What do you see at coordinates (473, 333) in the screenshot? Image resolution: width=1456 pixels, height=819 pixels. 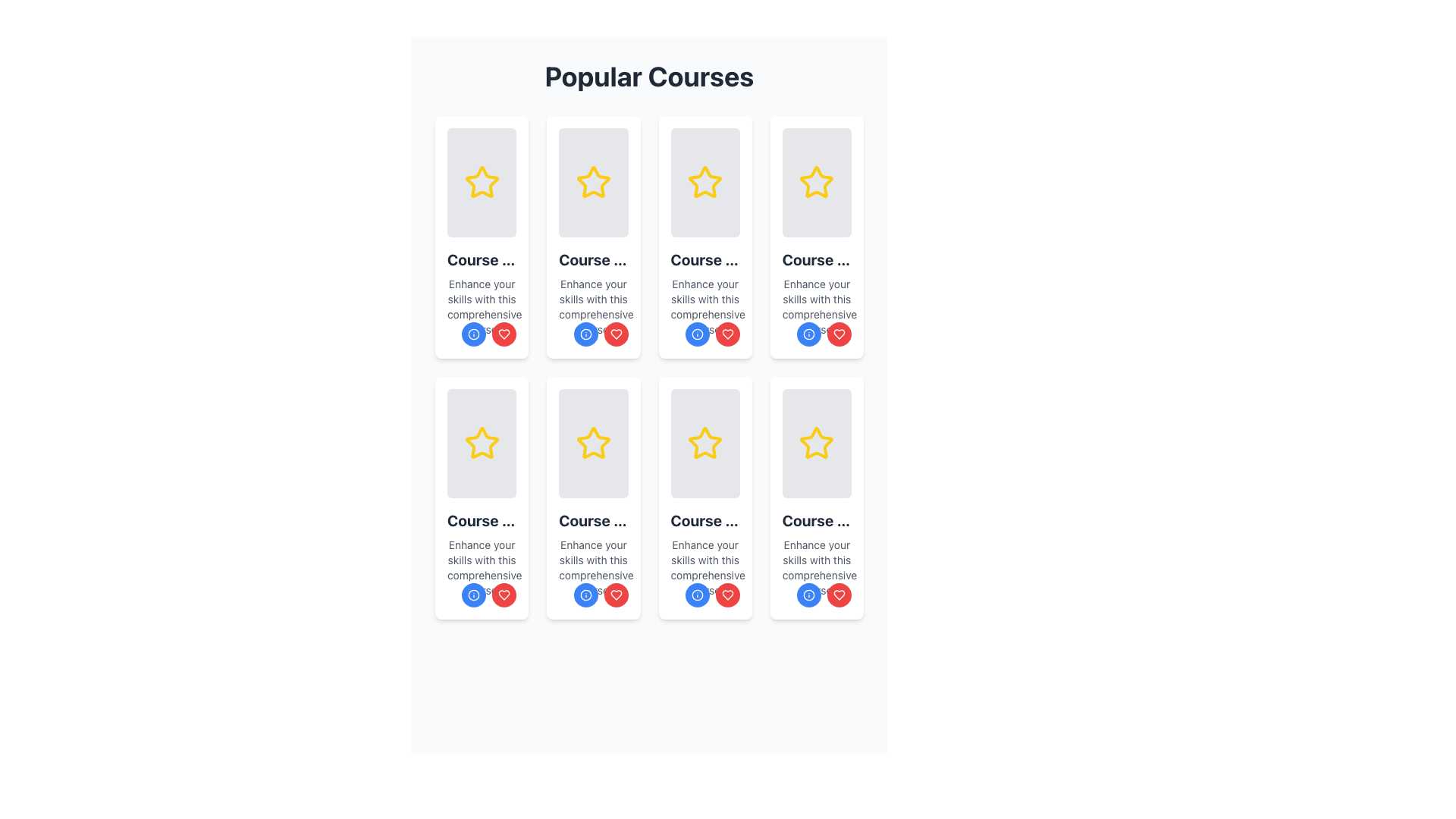 I see `the first informational button located at the bottom-center of the course card` at bounding box center [473, 333].